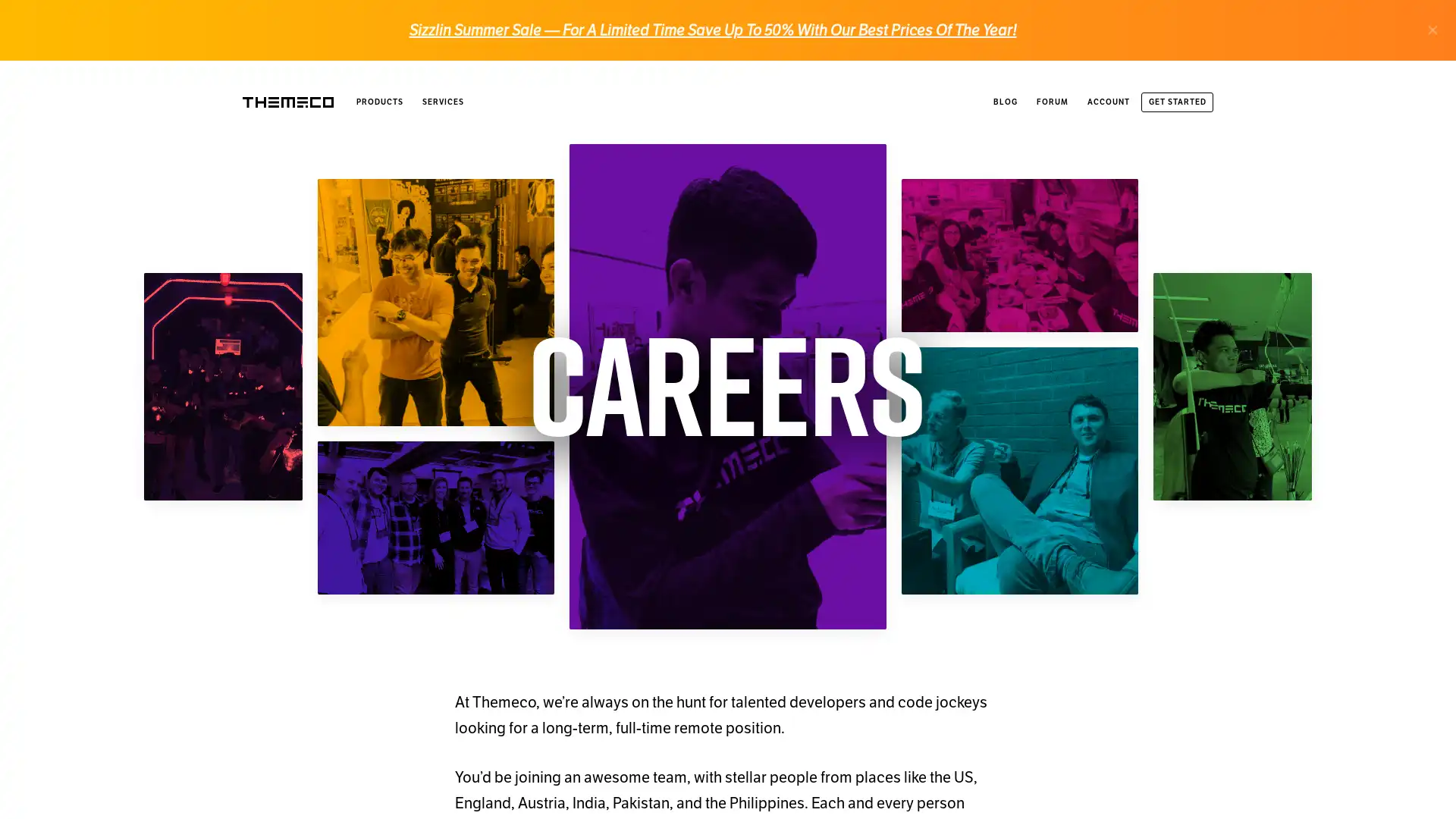 The image size is (1456, 819). Describe the element at coordinates (1432, 30) in the screenshot. I see `.` at that location.